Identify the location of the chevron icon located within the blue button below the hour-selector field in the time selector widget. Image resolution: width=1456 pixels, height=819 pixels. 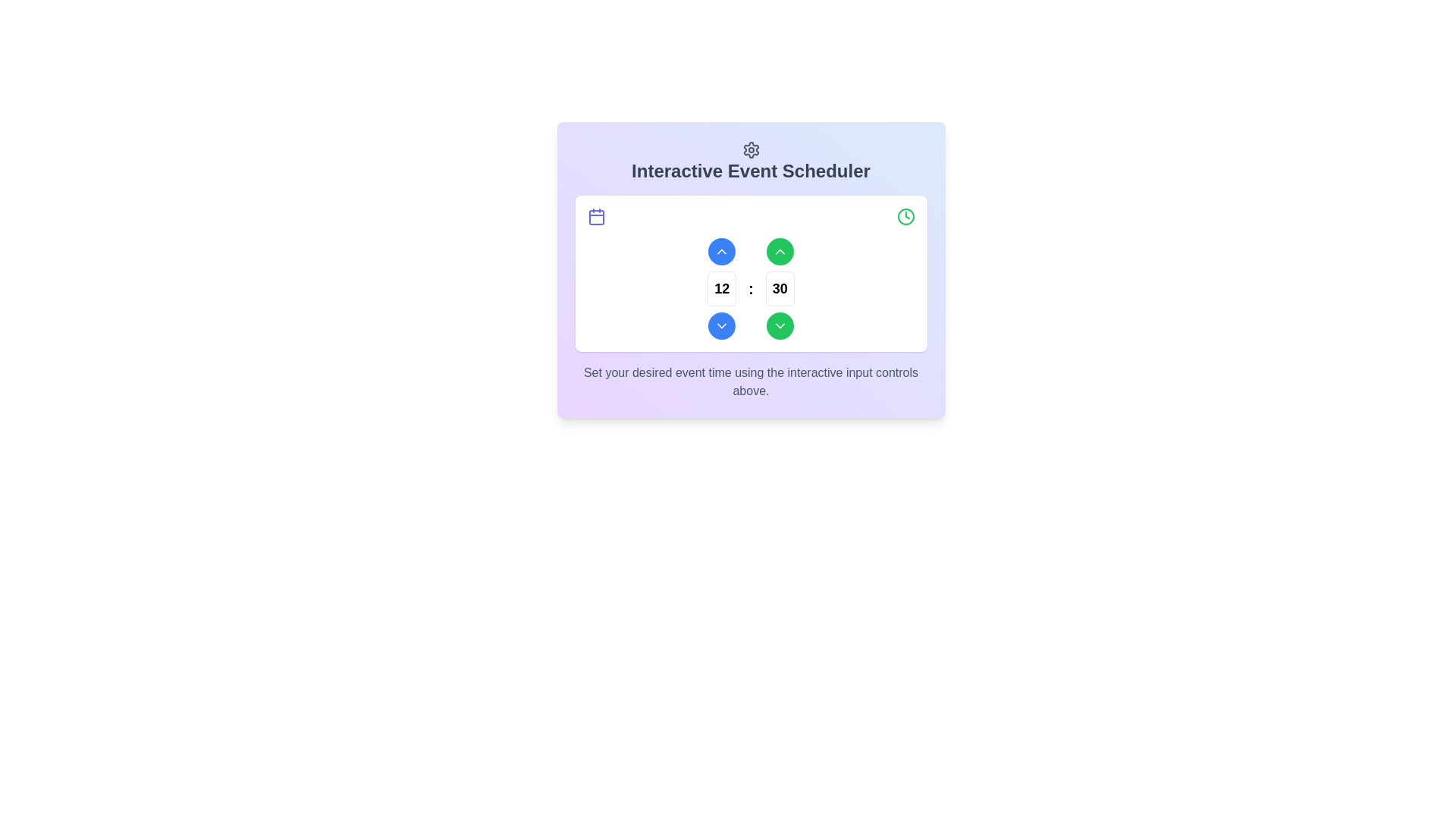
(721, 325).